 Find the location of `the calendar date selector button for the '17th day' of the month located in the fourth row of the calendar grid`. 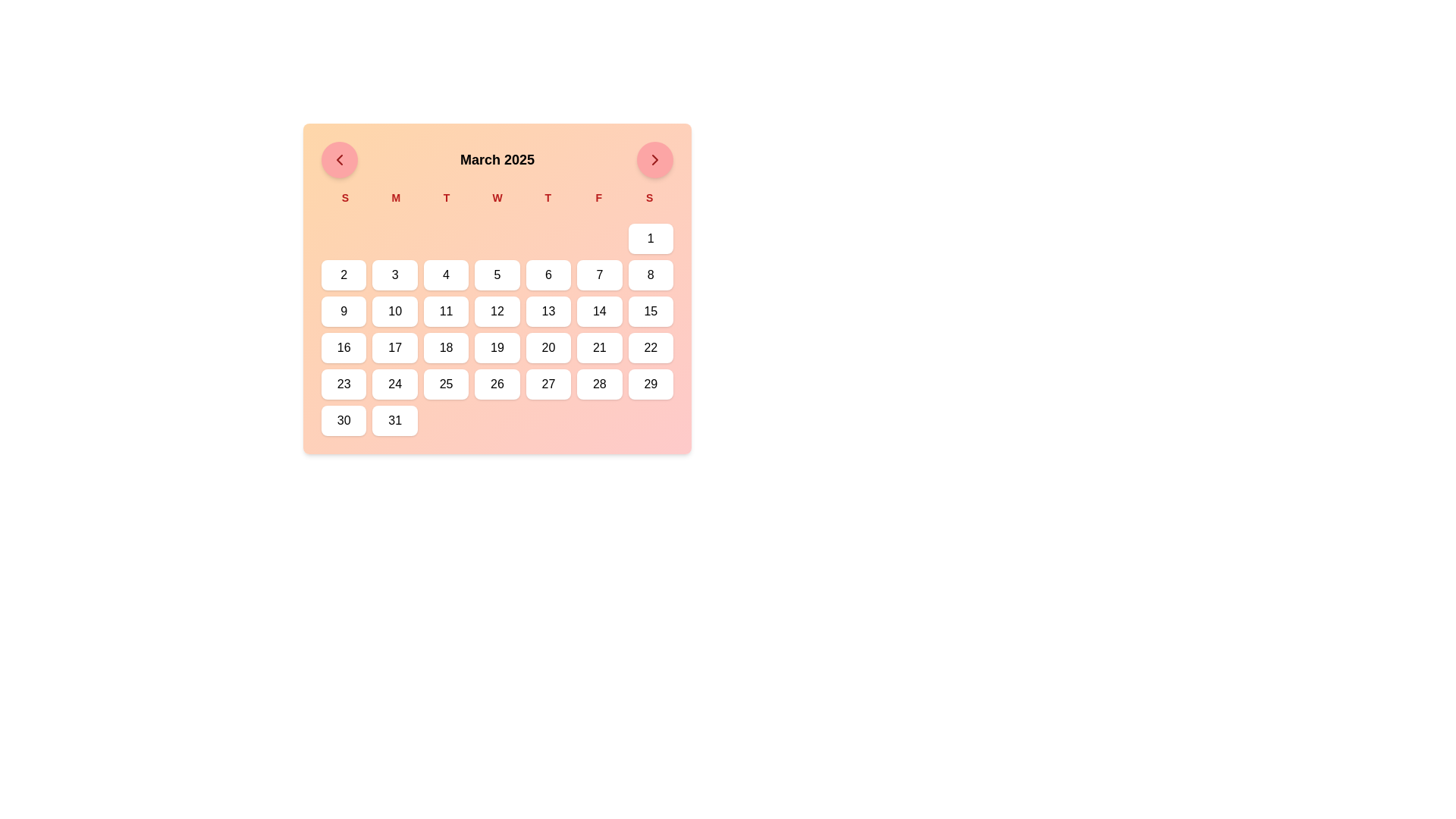

the calendar date selector button for the '17th day' of the month located in the fourth row of the calendar grid is located at coordinates (395, 348).